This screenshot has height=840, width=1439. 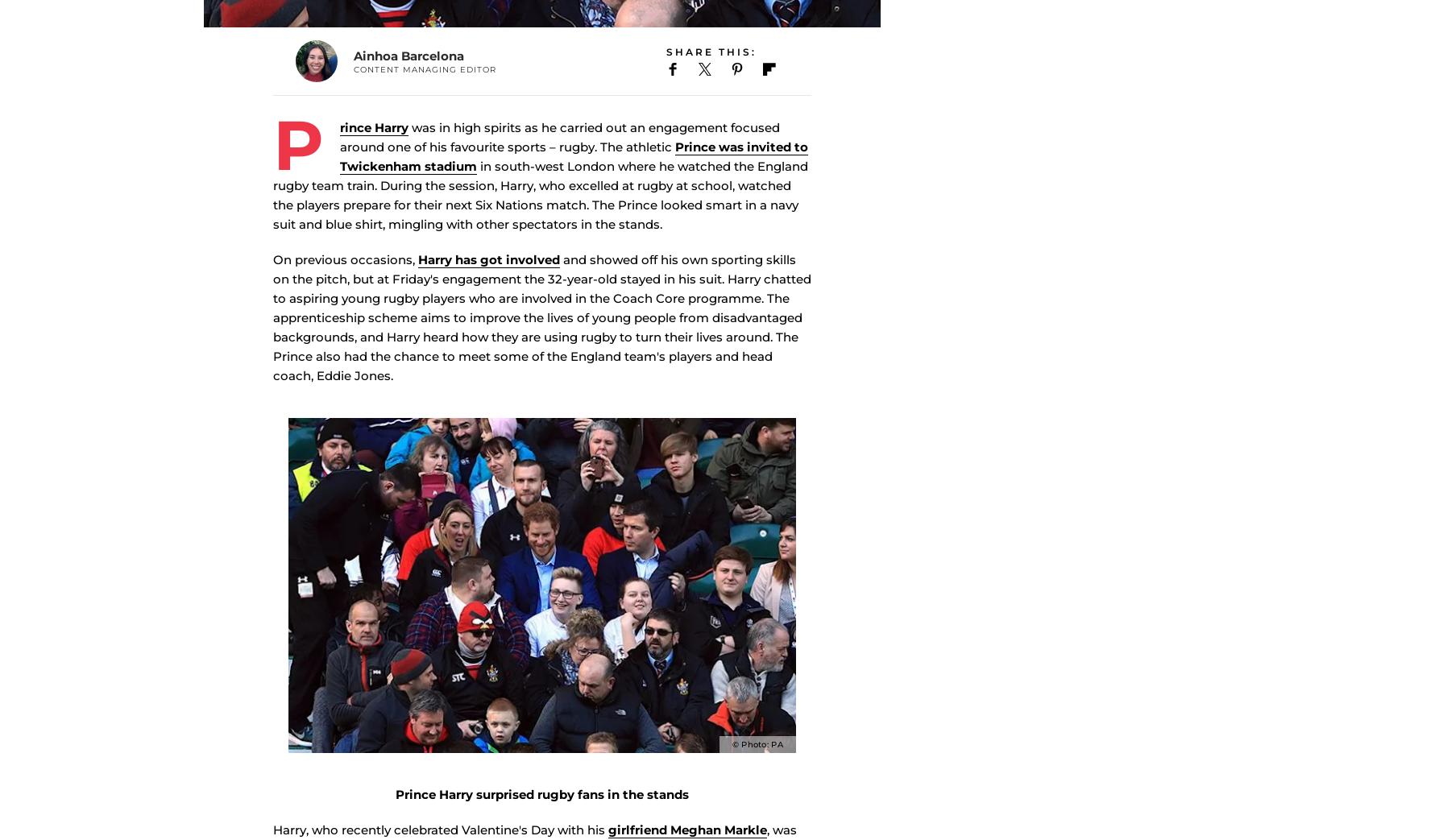 What do you see at coordinates (272, 219) in the screenshot?
I see `'in south-west London where he watched the England rugby team train. During the session, Harry, who excelled at rugby at school, watched the players prepare for their next Six Nations match. The Prince looked smart in a navy suit and blue shirt, mingling with other spectators in the stands.'` at bounding box center [272, 219].